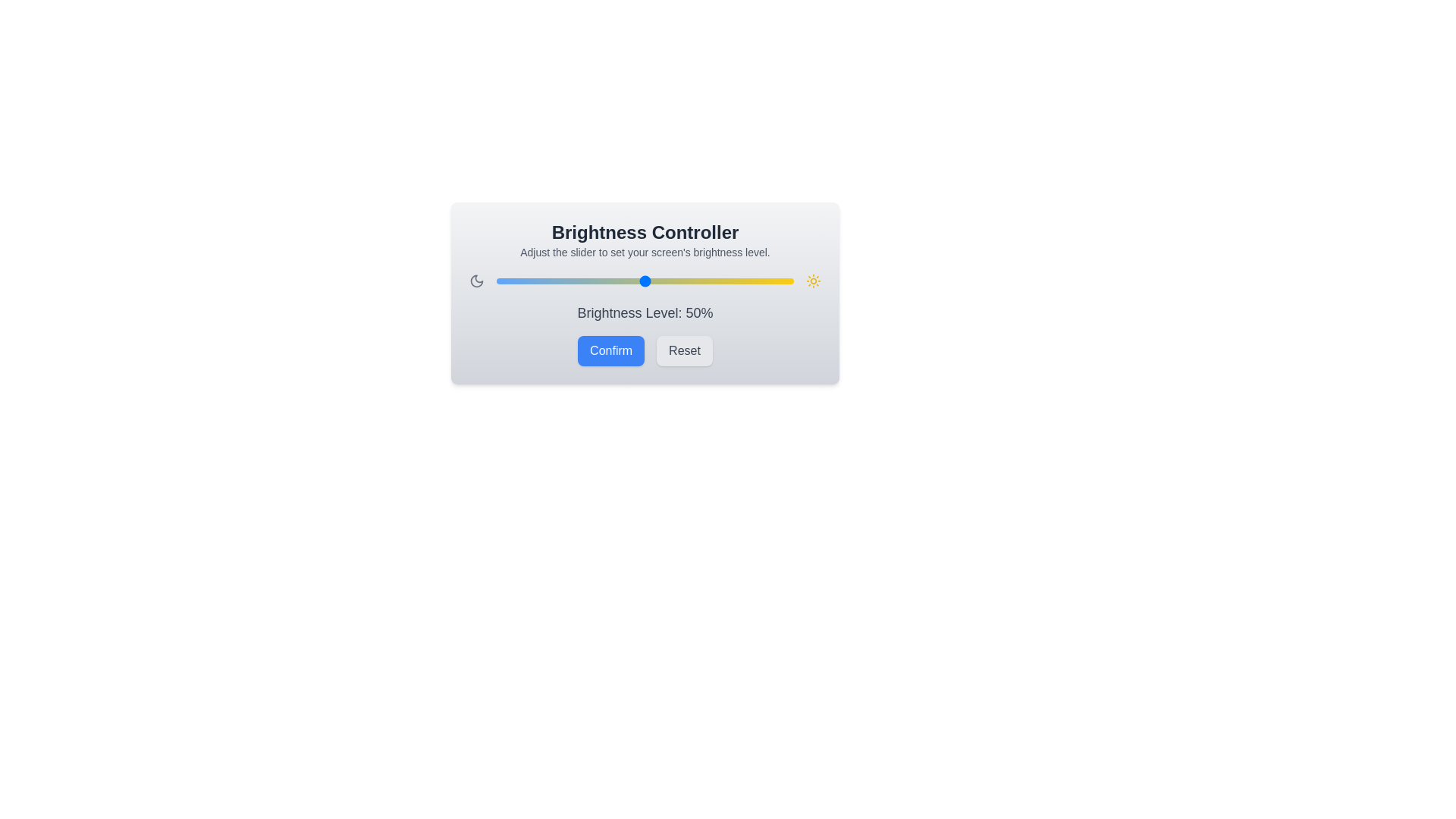  I want to click on the sun icon to adjust brightness to its extreme level, so click(812, 281).